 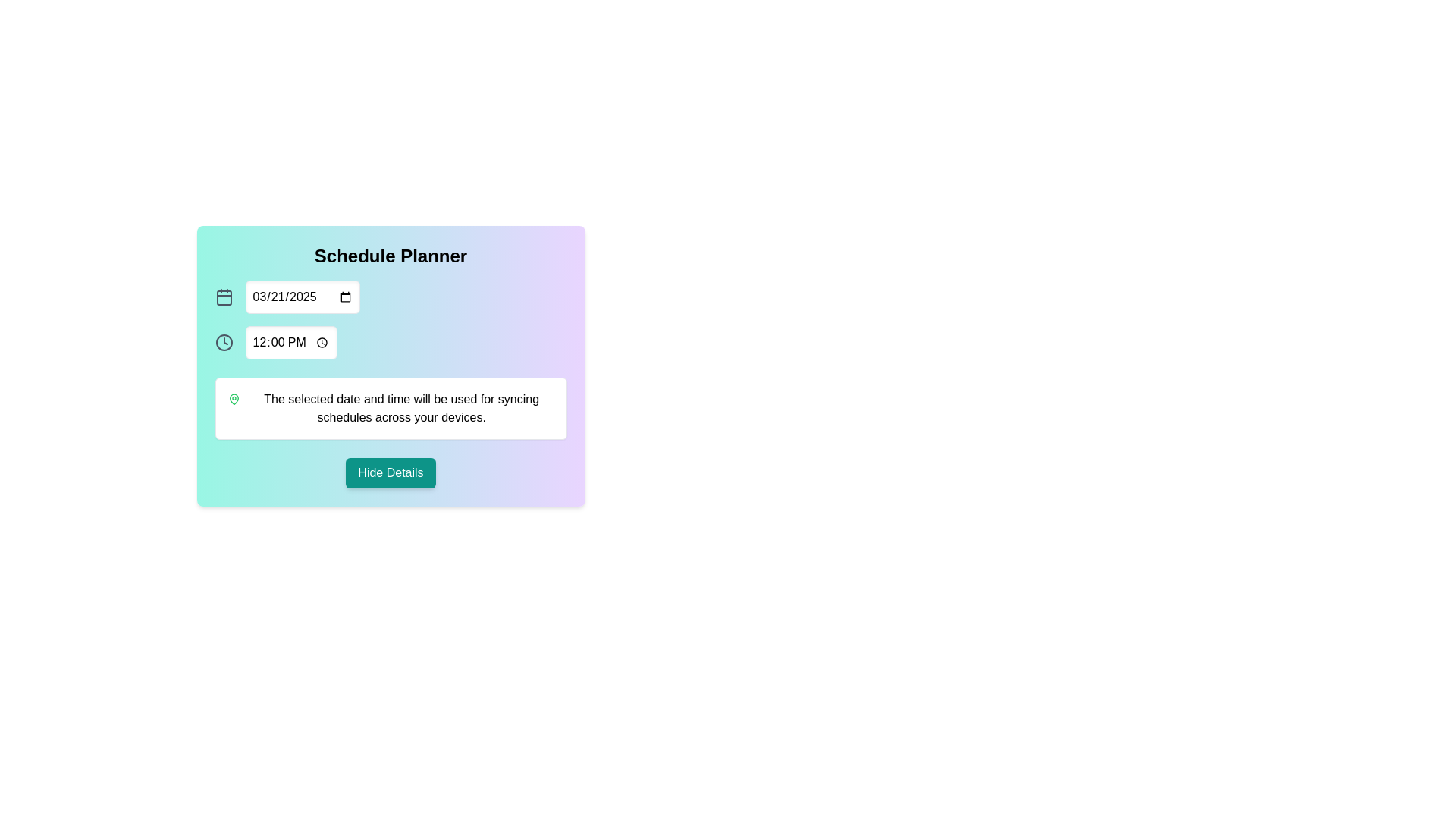 I want to click on the gray calendar icon with a grid-like pattern located to the left of the date input field showing '03/21/2025', so click(x=223, y=297).